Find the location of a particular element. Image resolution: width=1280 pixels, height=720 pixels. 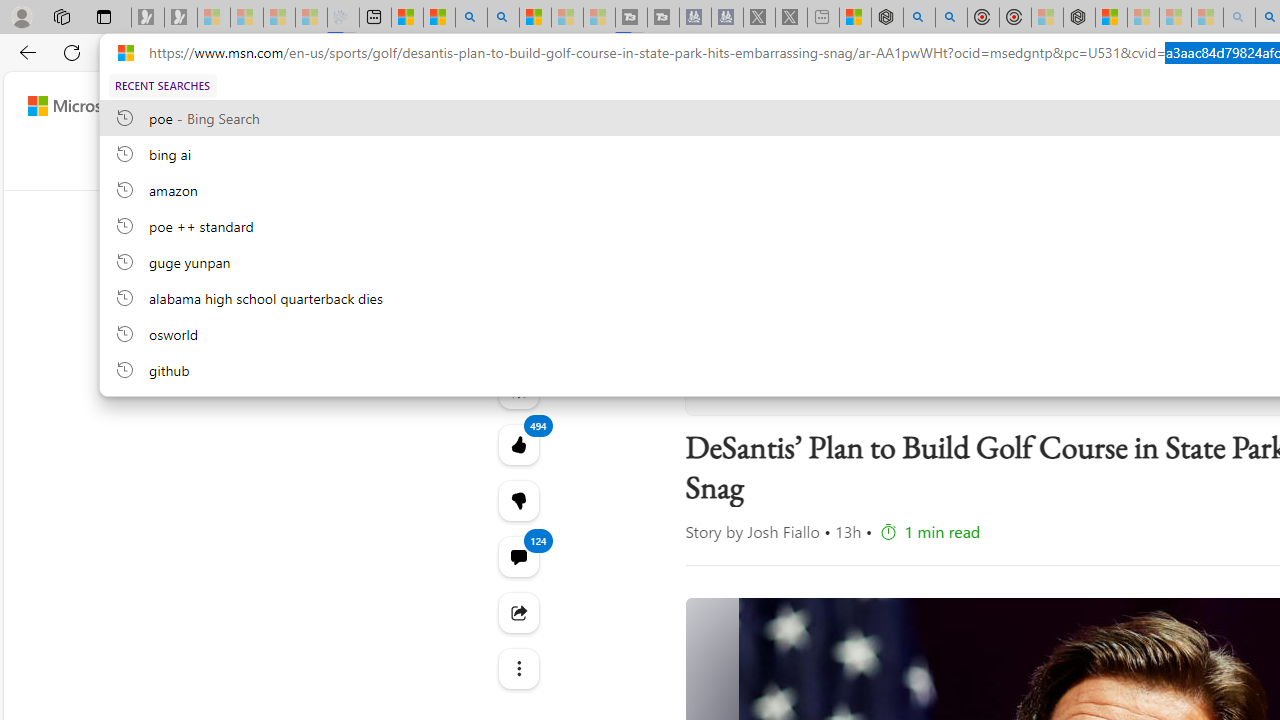

'New tab - Sleeping' is located at coordinates (823, 17).